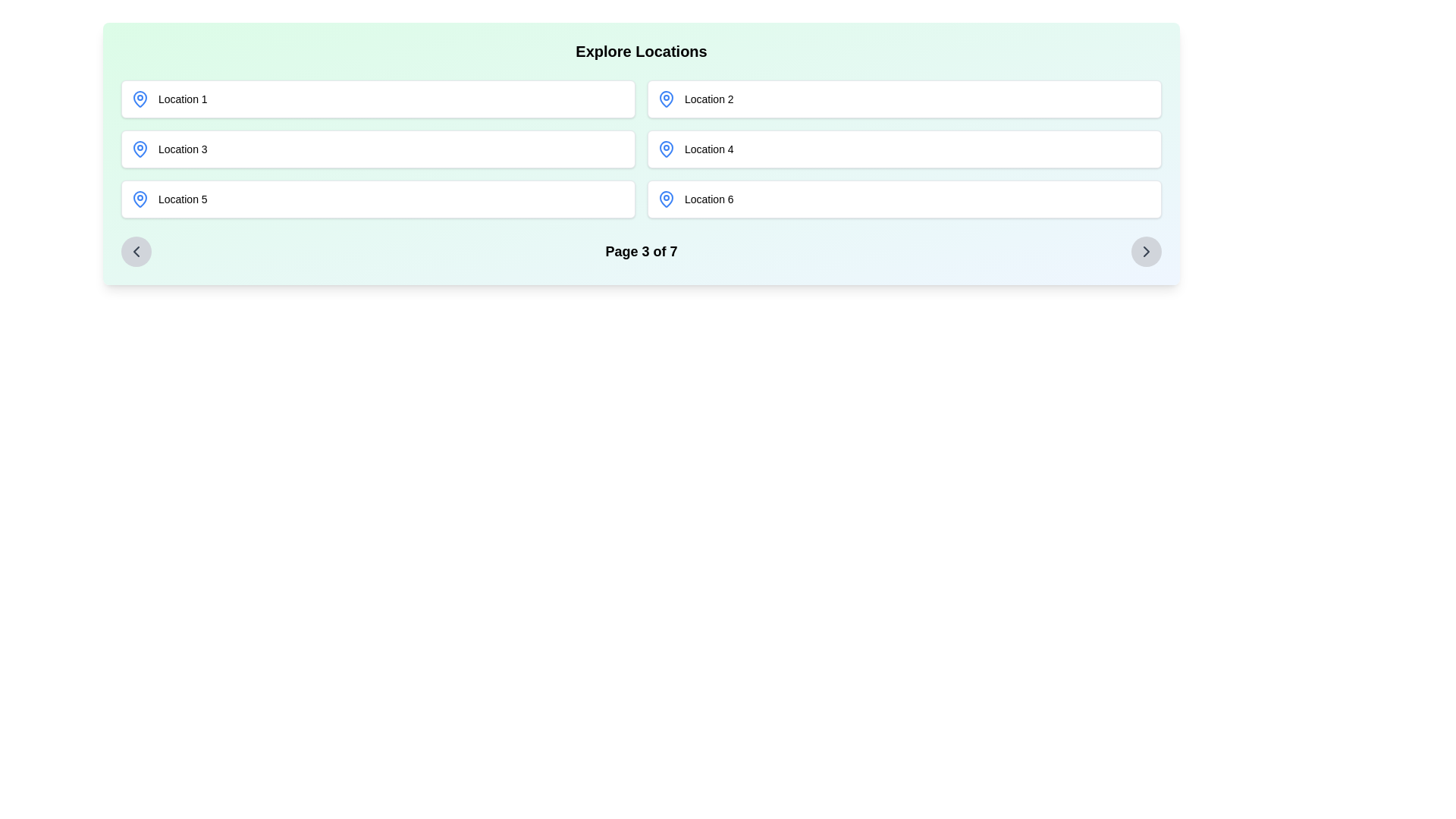 This screenshot has height=819, width=1456. Describe the element at coordinates (136, 250) in the screenshot. I see `the chevron-left icon located near the bottom left of the interface` at that location.